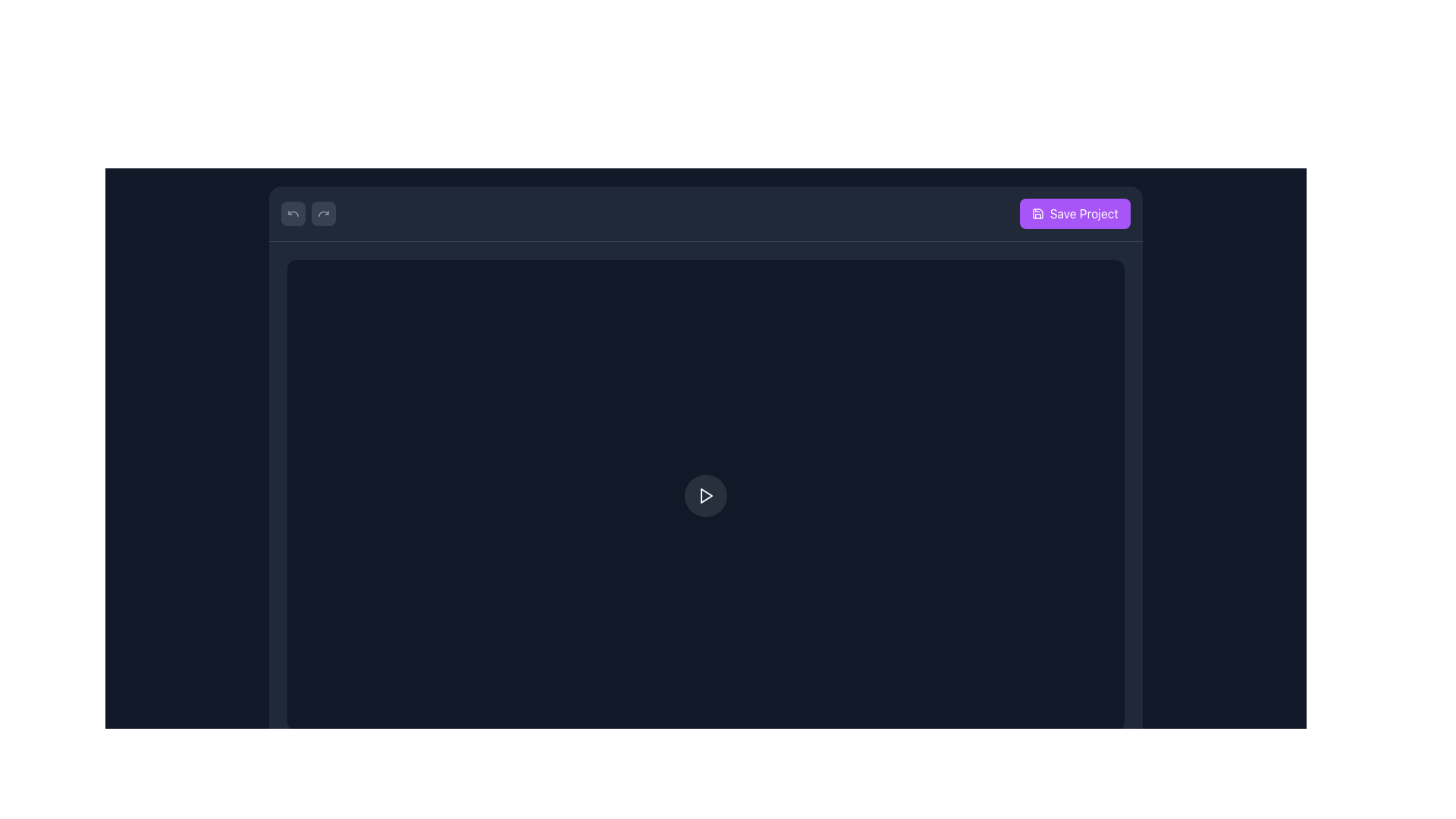  I want to click on the centrally located playback button, so click(705, 494).